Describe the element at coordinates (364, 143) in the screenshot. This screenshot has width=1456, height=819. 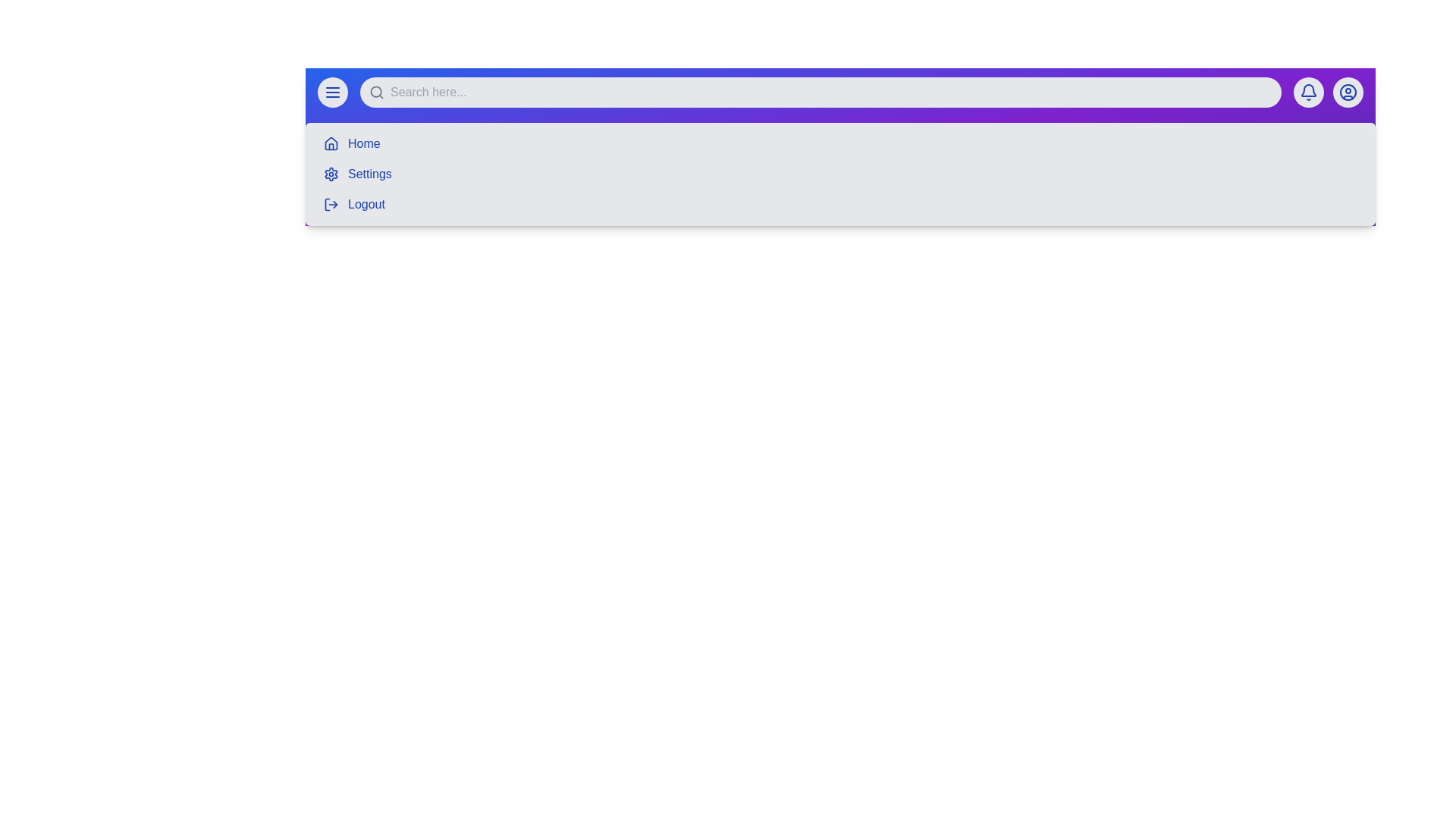
I see `the menu item Home from the navigation bar` at that location.